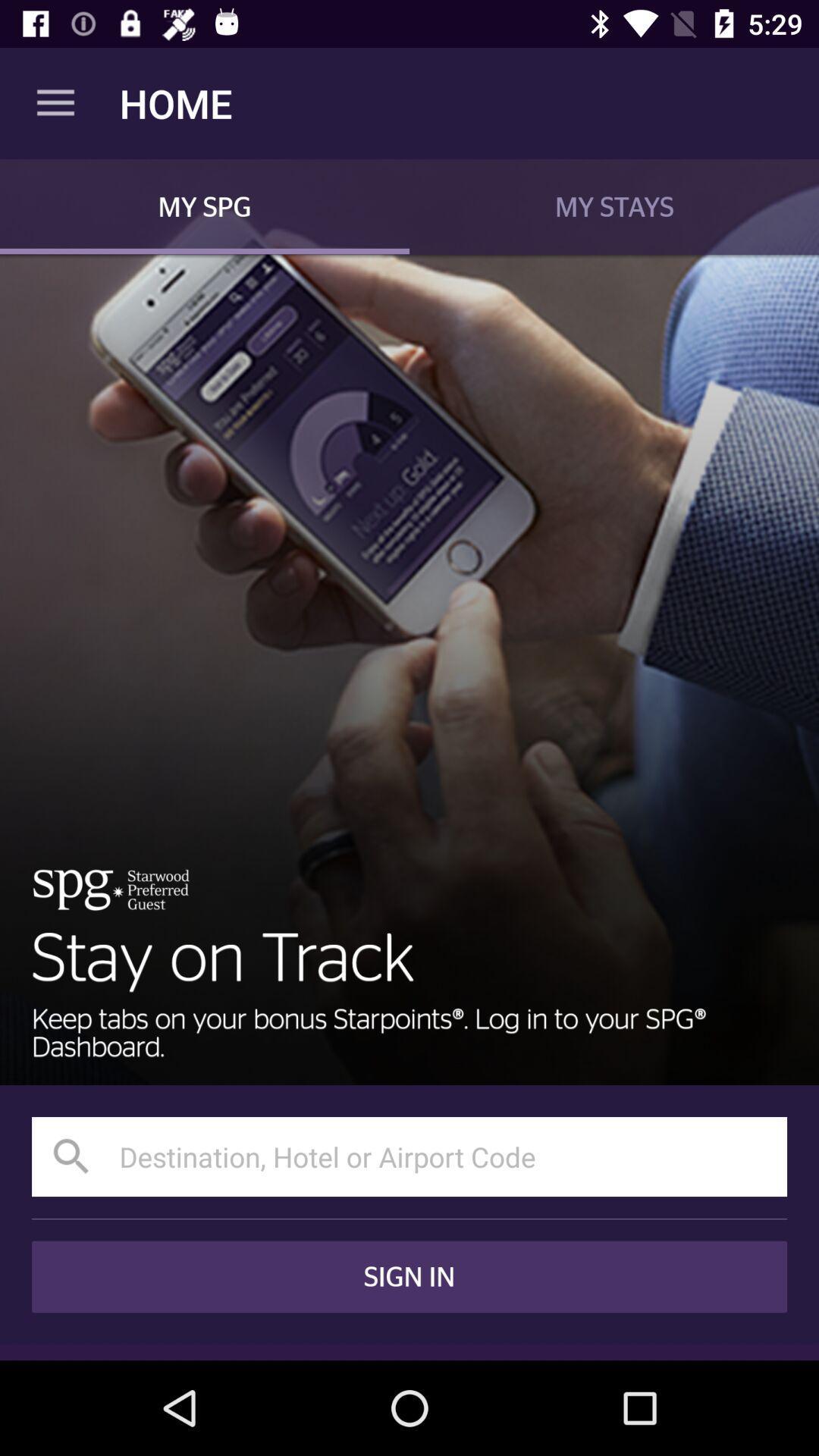  I want to click on the app to the left of the home icon, so click(55, 102).